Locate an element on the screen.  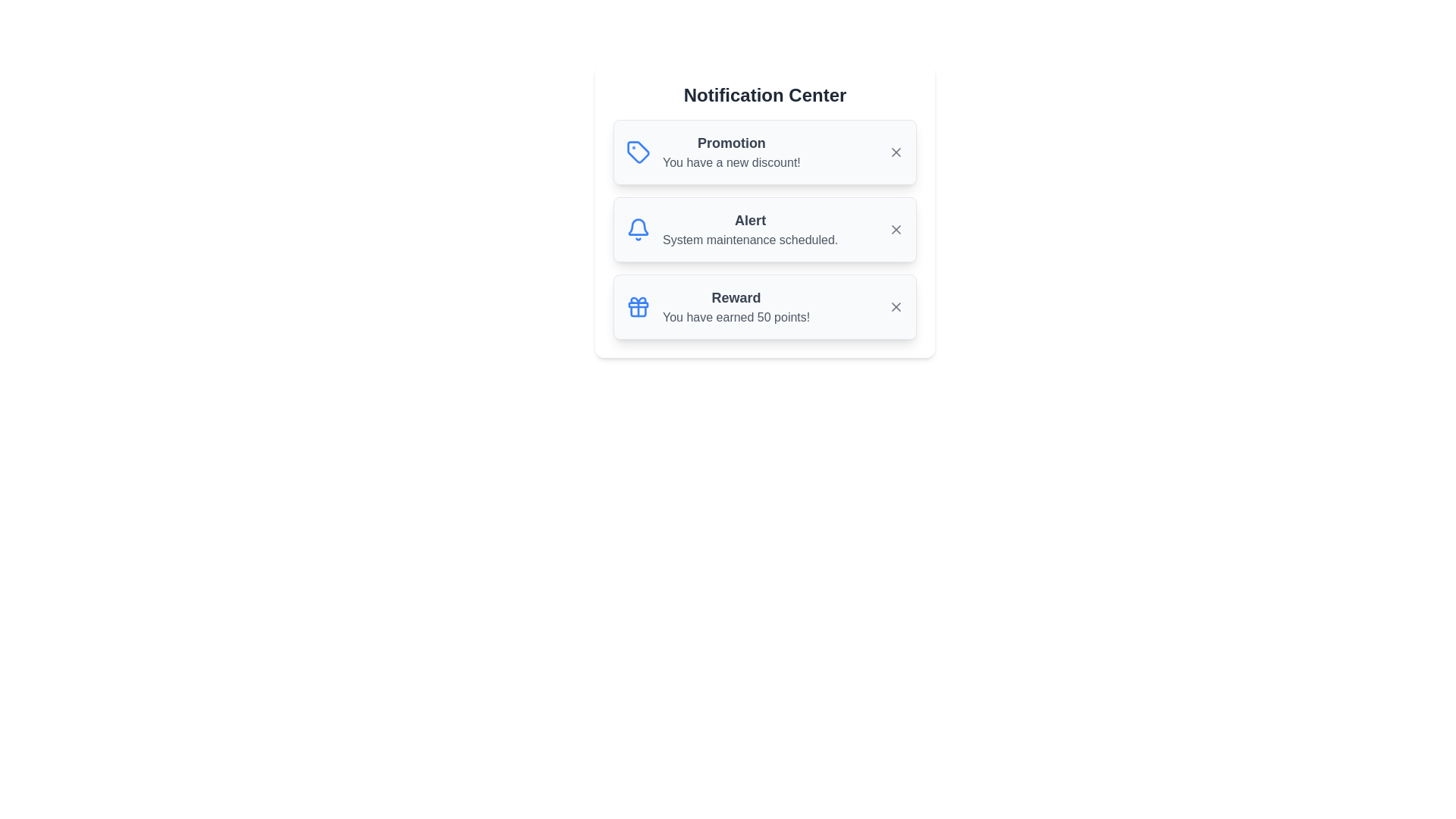
the notification alert icon located at the top right corner of the 'Alert' notification card, represented as an SVG element is located at coordinates (638, 227).